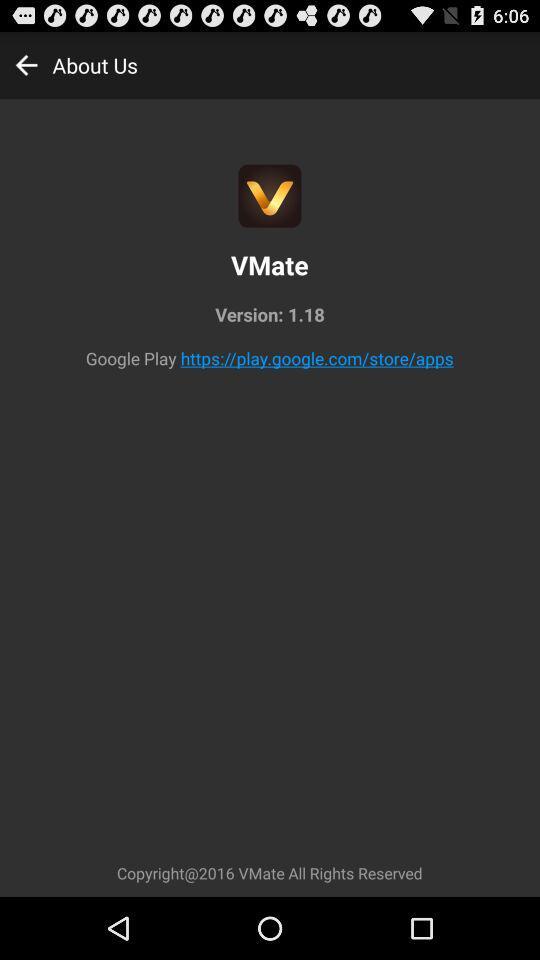  Describe the element at coordinates (25, 64) in the screenshot. I see `the icon to the left of about us icon` at that location.